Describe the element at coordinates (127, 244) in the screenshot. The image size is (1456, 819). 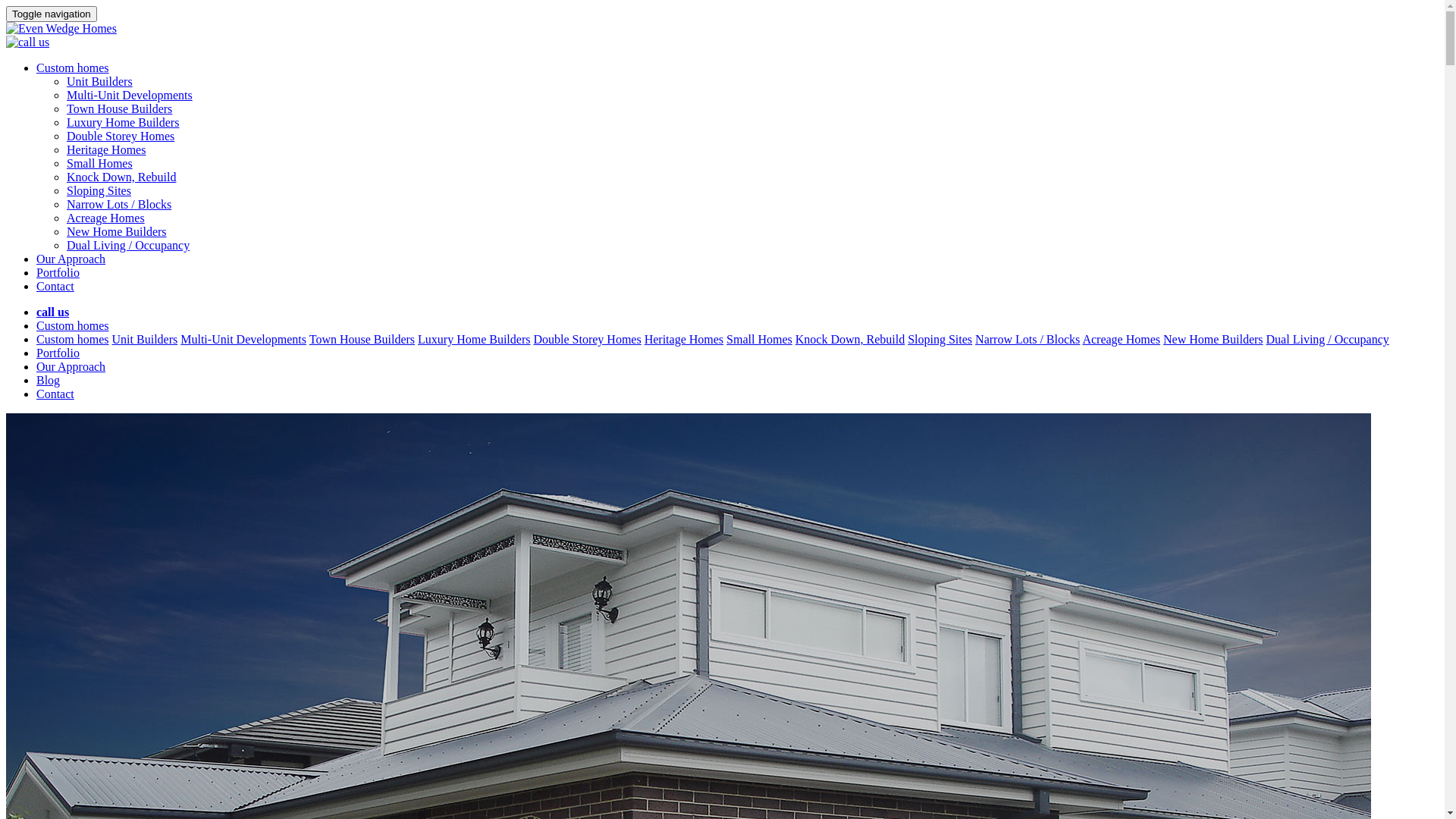
I see `'Dual Living / Occupancy'` at that location.